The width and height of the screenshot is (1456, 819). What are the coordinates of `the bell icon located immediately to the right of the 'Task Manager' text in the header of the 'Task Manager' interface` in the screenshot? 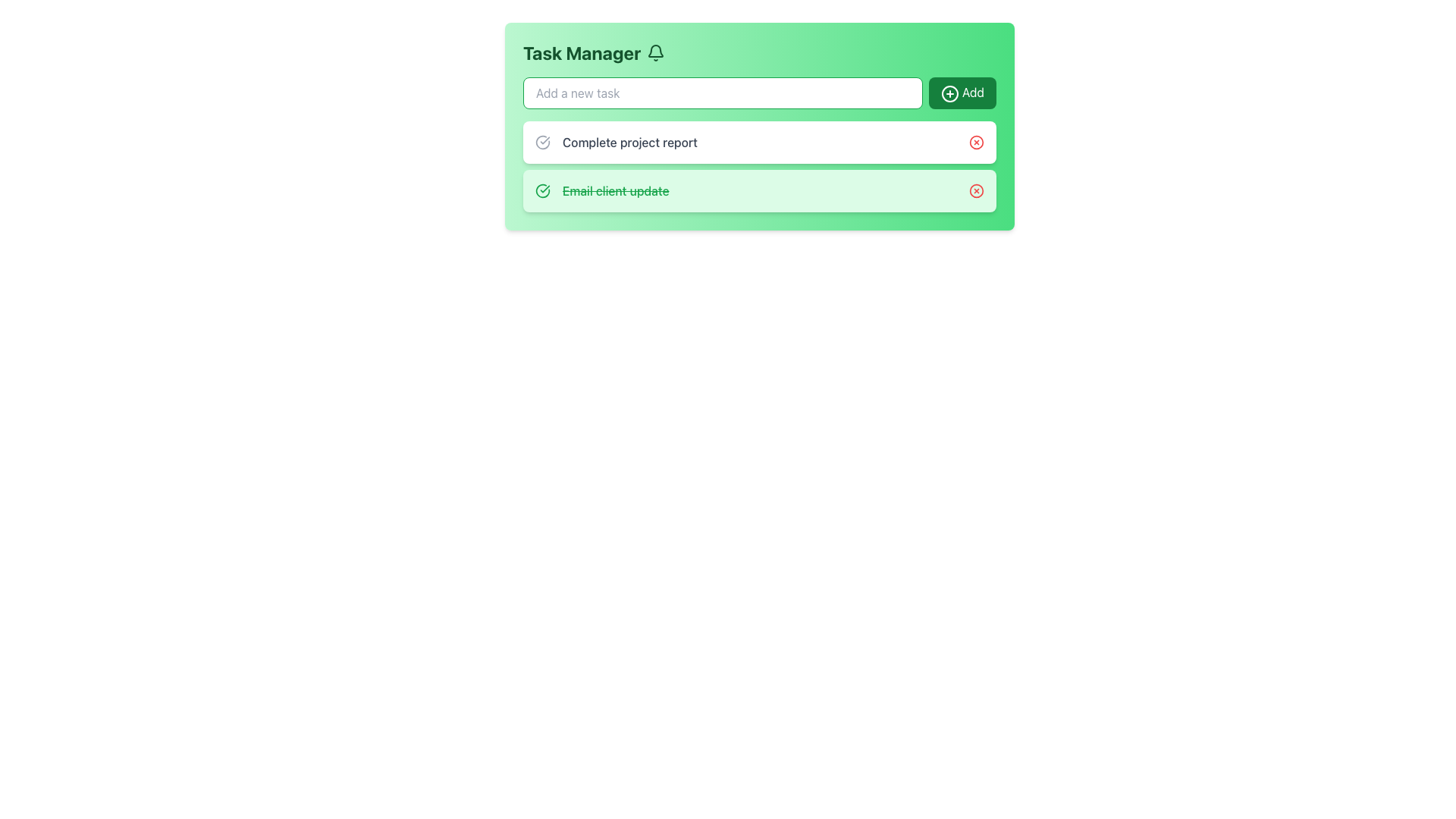 It's located at (656, 52).